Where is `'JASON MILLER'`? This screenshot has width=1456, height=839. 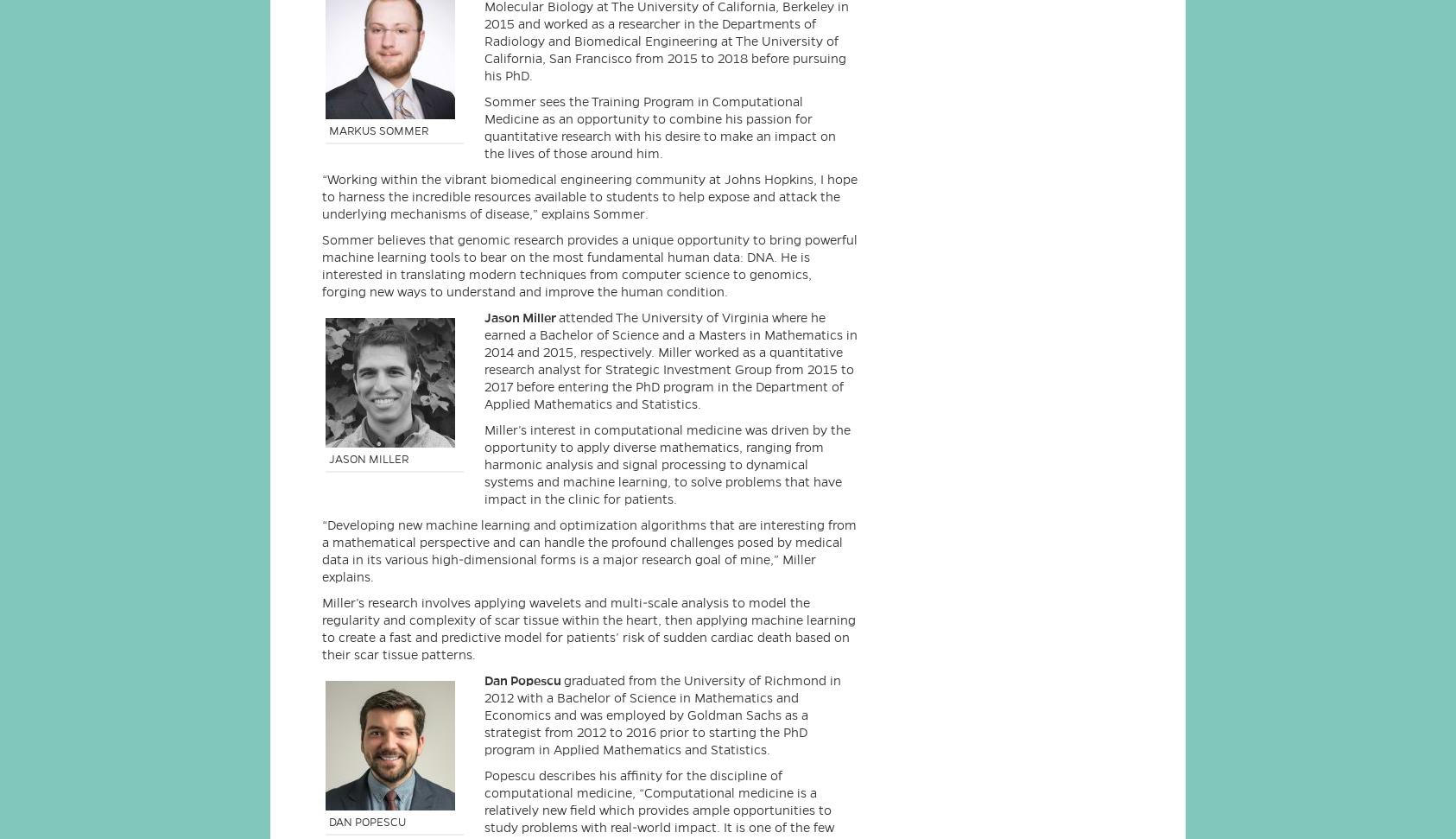 'JASON MILLER' is located at coordinates (369, 457).